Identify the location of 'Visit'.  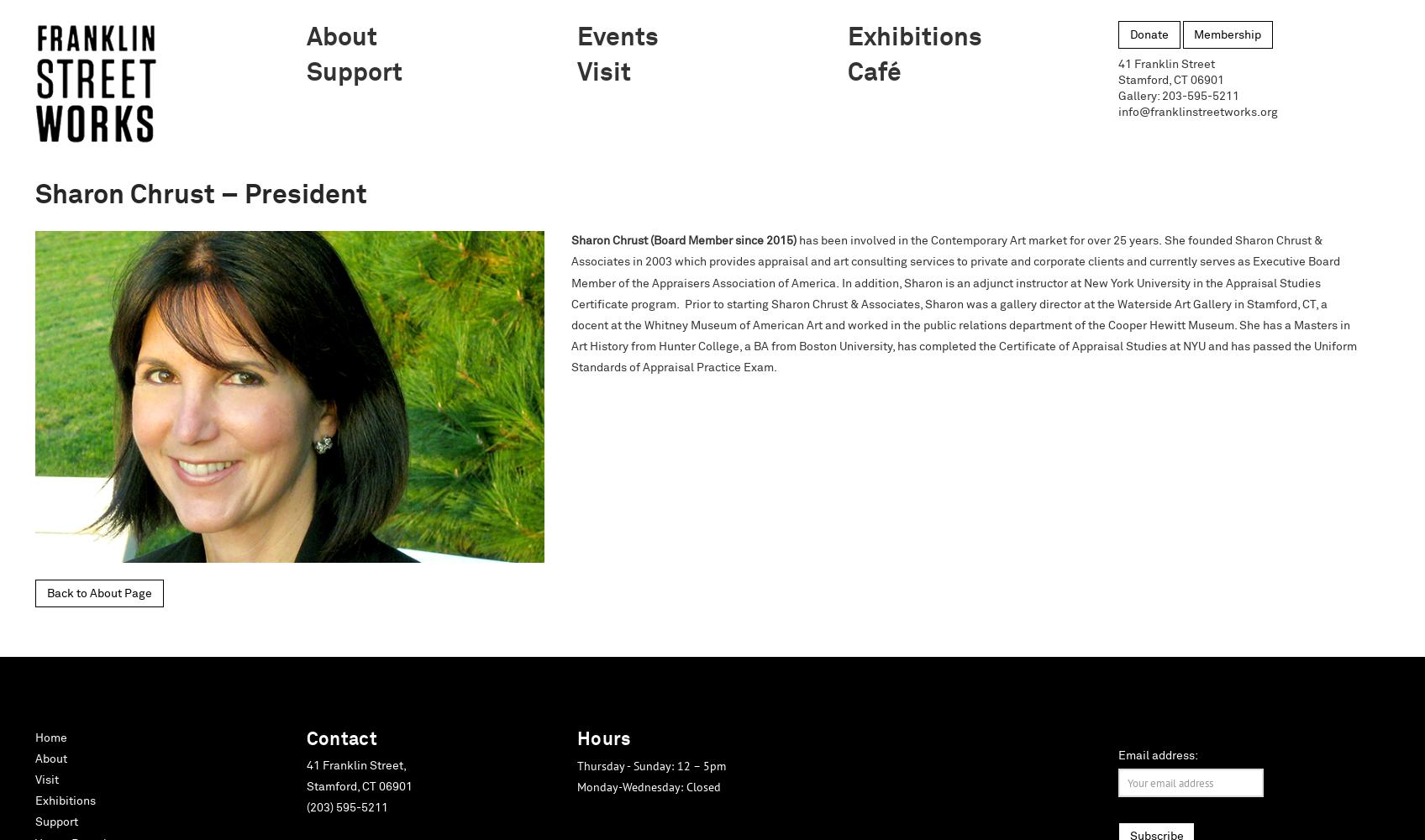
(46, 780).